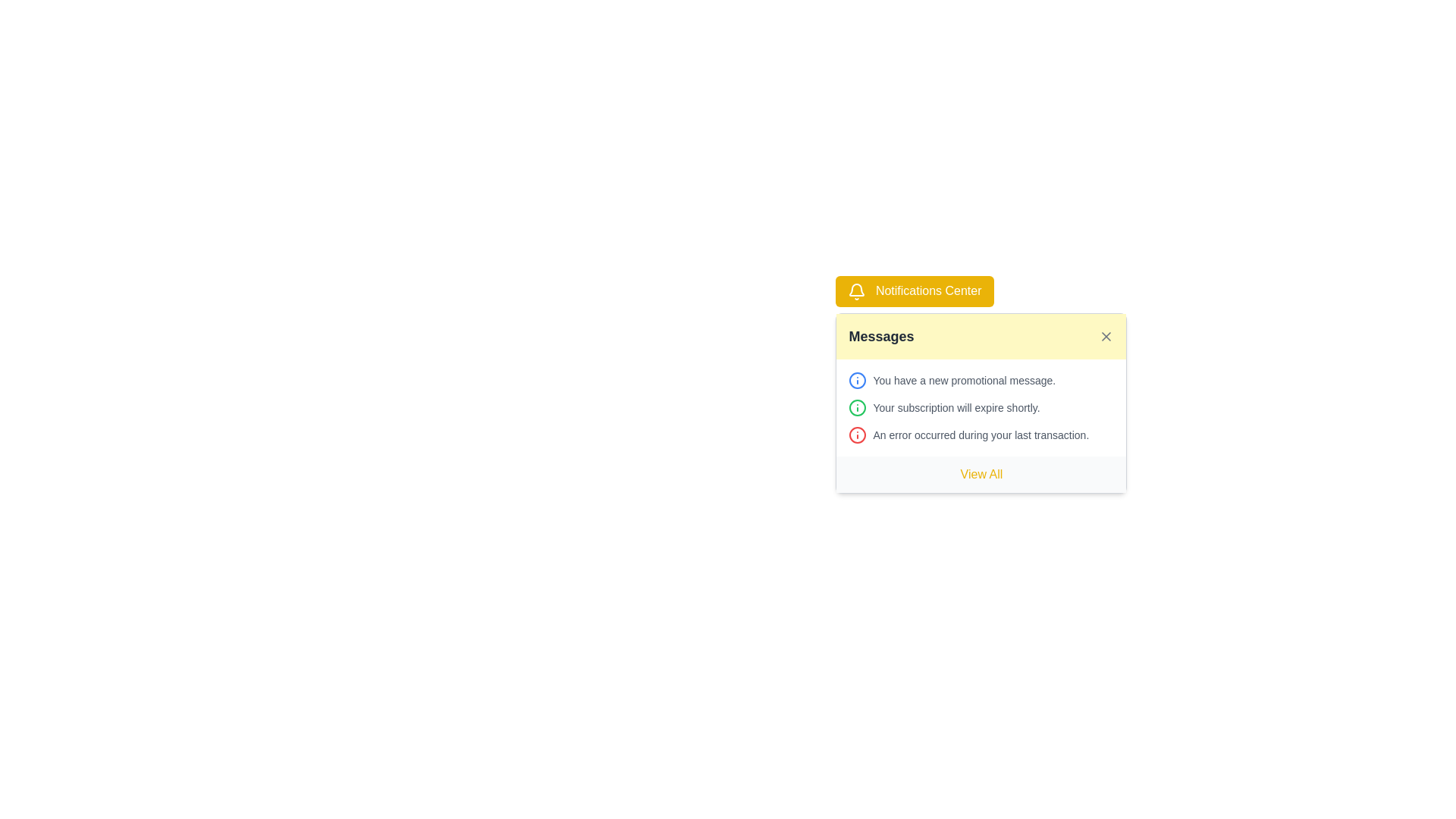 This screenshot has width=1456, height=819. What do you see at coordinates (858, 379) in the screenshot?
I see `the icon located at the leftmost position of the group containing the text 'You have a new promotional message' in the top section of the notification card under the 'Messages' heading` at bounding box center [858, 379].